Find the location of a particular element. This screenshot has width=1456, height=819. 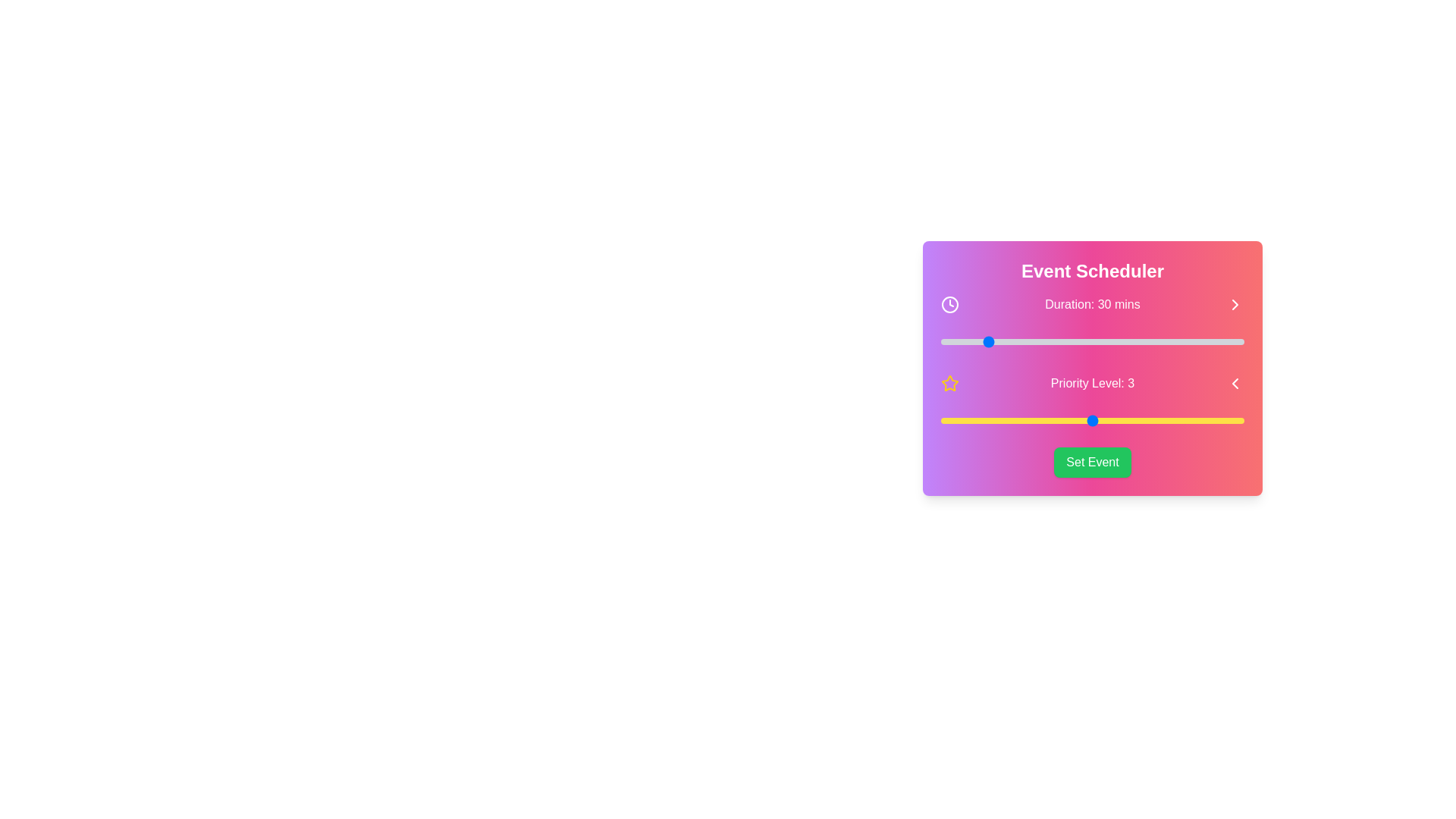

the slider is located at coordinates (1149, 342).